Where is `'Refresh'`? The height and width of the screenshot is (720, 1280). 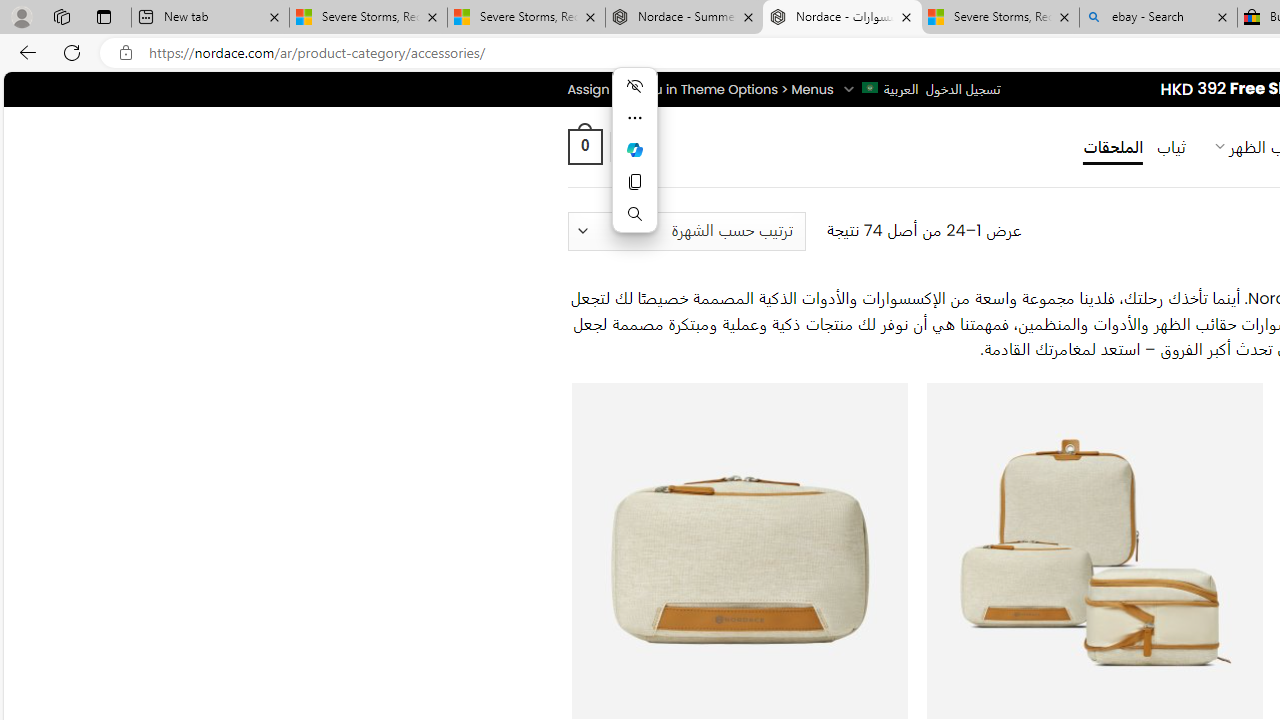
'Refresh' is located at coordinates (72, 51).